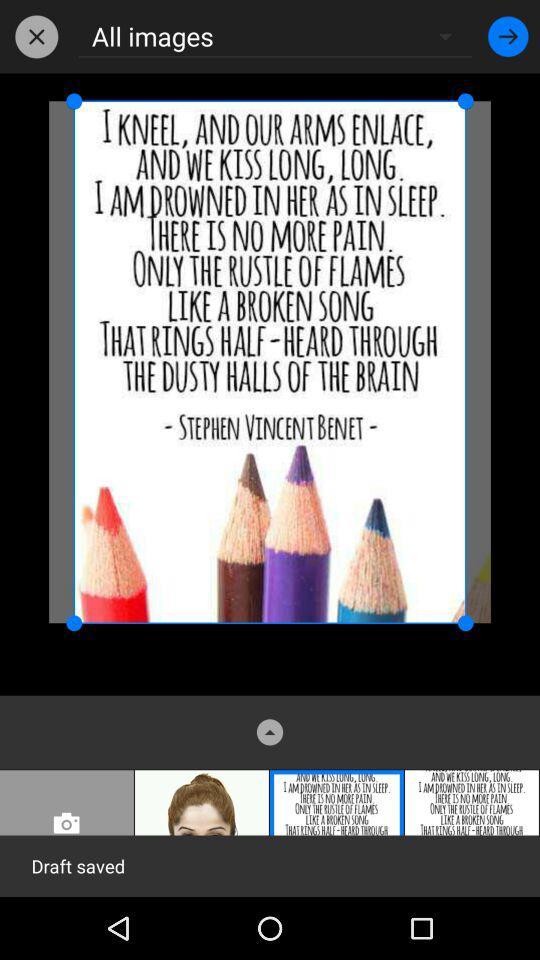 Image resolution: width=540 pixels, height=960 pixels. Describe the element at coordinates (508, 35) in the screenshot. I see `item next to all images` at that location.